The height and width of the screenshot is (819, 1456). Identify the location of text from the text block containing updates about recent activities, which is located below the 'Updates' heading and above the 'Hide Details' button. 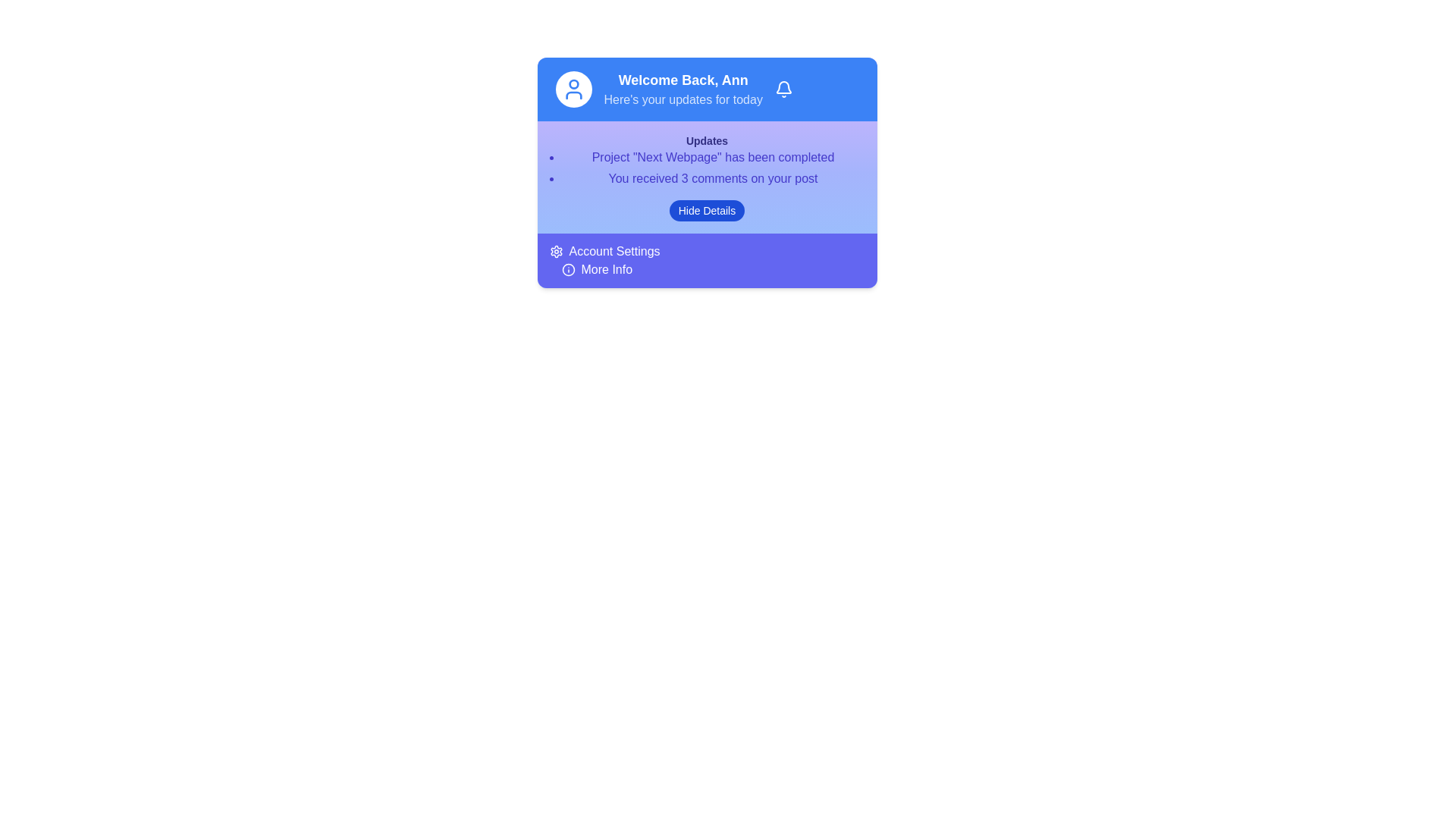
(706, 161).